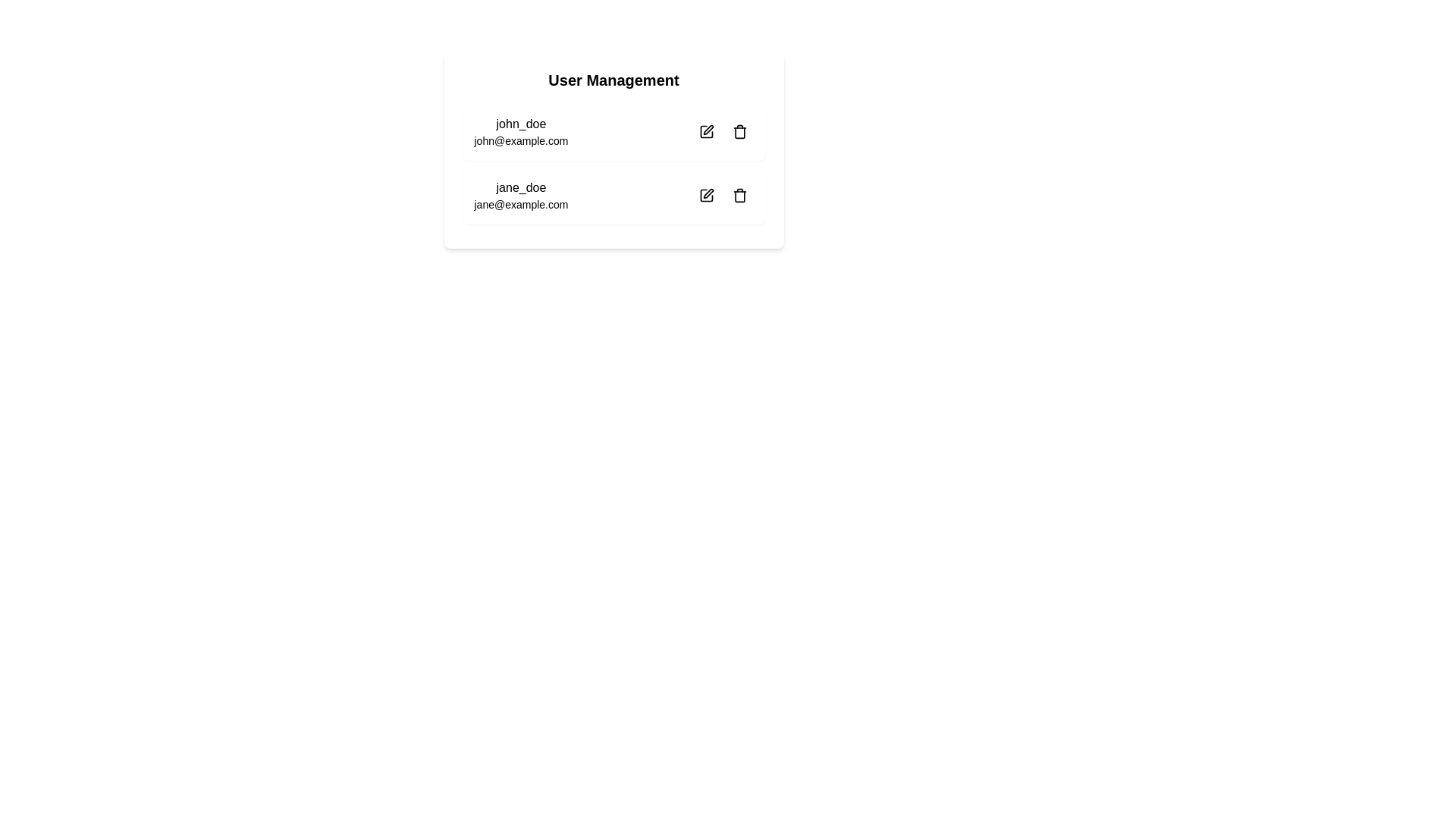  What do you see at coordinates (705, 195) in the screenshot?
I see `the icon button with a pen symbol located next to 'jane_doe' in the user management panel` at bounding box center [705, 195].